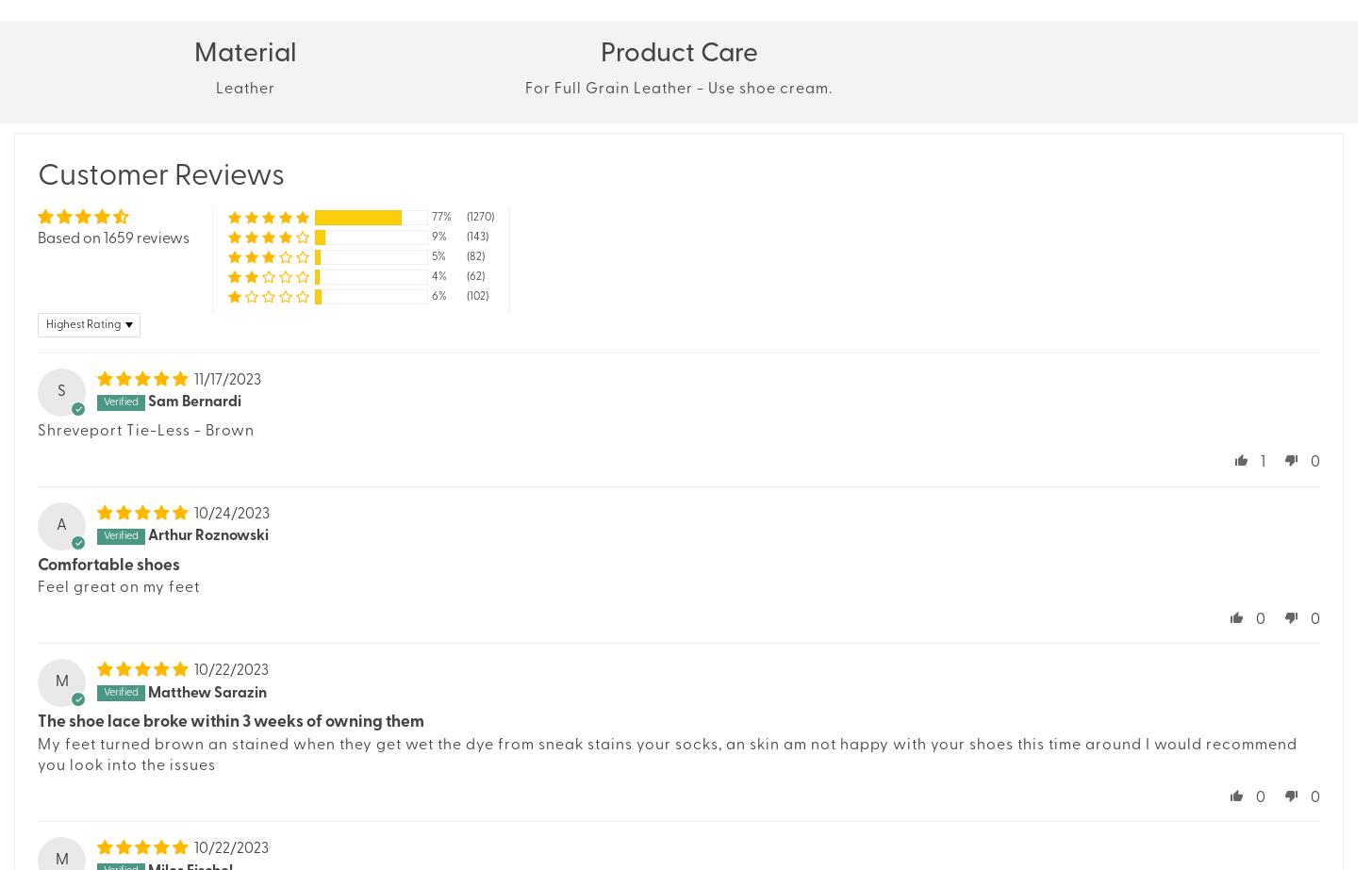  Describe the element at coordinates (113, 238) in the screenshot. I see `'Based on 1659 reviews'` at that location.